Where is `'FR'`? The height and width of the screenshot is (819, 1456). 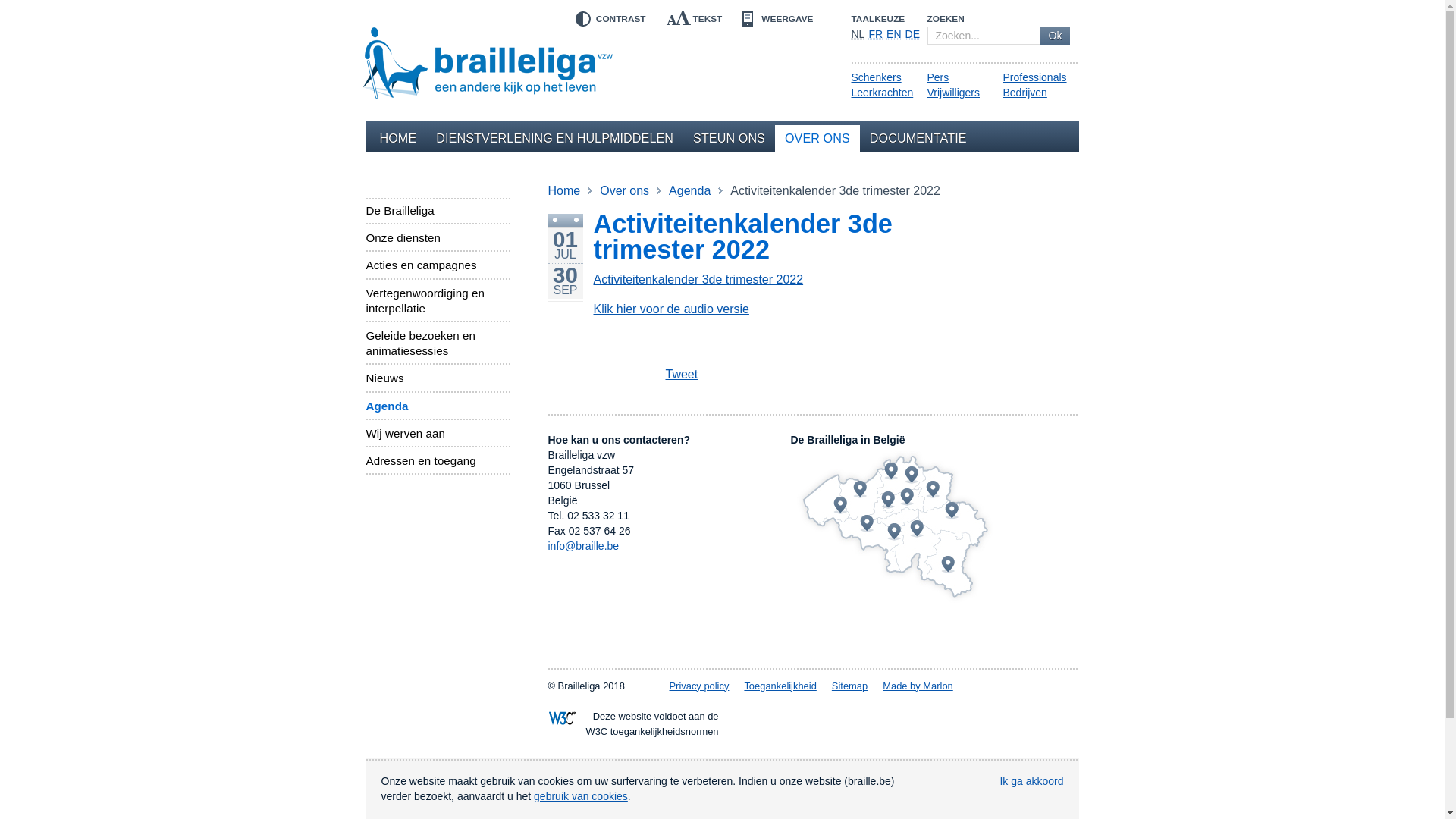
'FR' is located at coordinates (868, 34).